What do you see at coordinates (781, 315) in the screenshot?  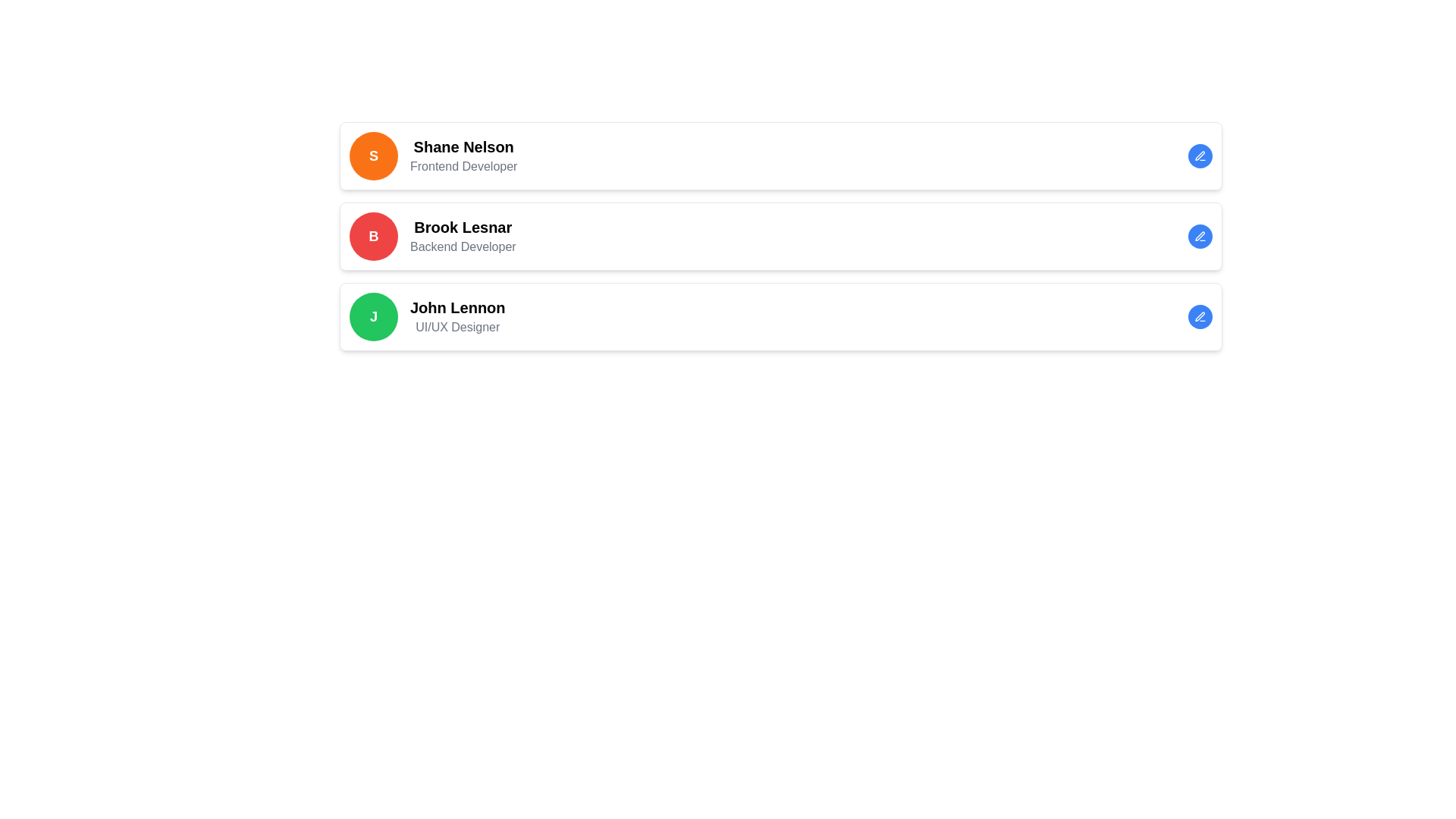 I see `the Profile card component for 'John Lennon', the third card in the vertical column` at bounding box center [781, 315].